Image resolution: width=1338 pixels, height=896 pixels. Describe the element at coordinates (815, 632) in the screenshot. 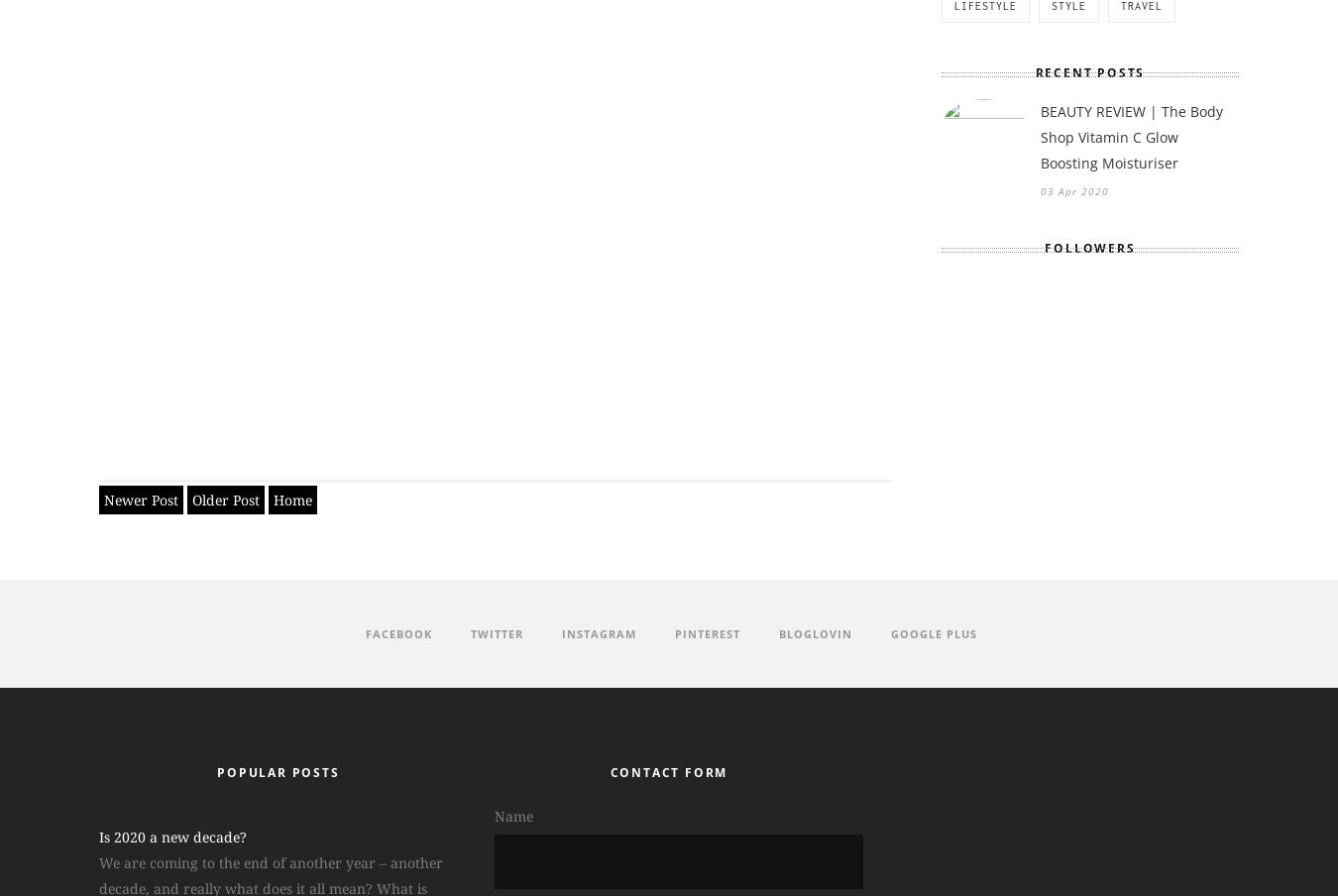

I see `'Bloglovin'` at that location.